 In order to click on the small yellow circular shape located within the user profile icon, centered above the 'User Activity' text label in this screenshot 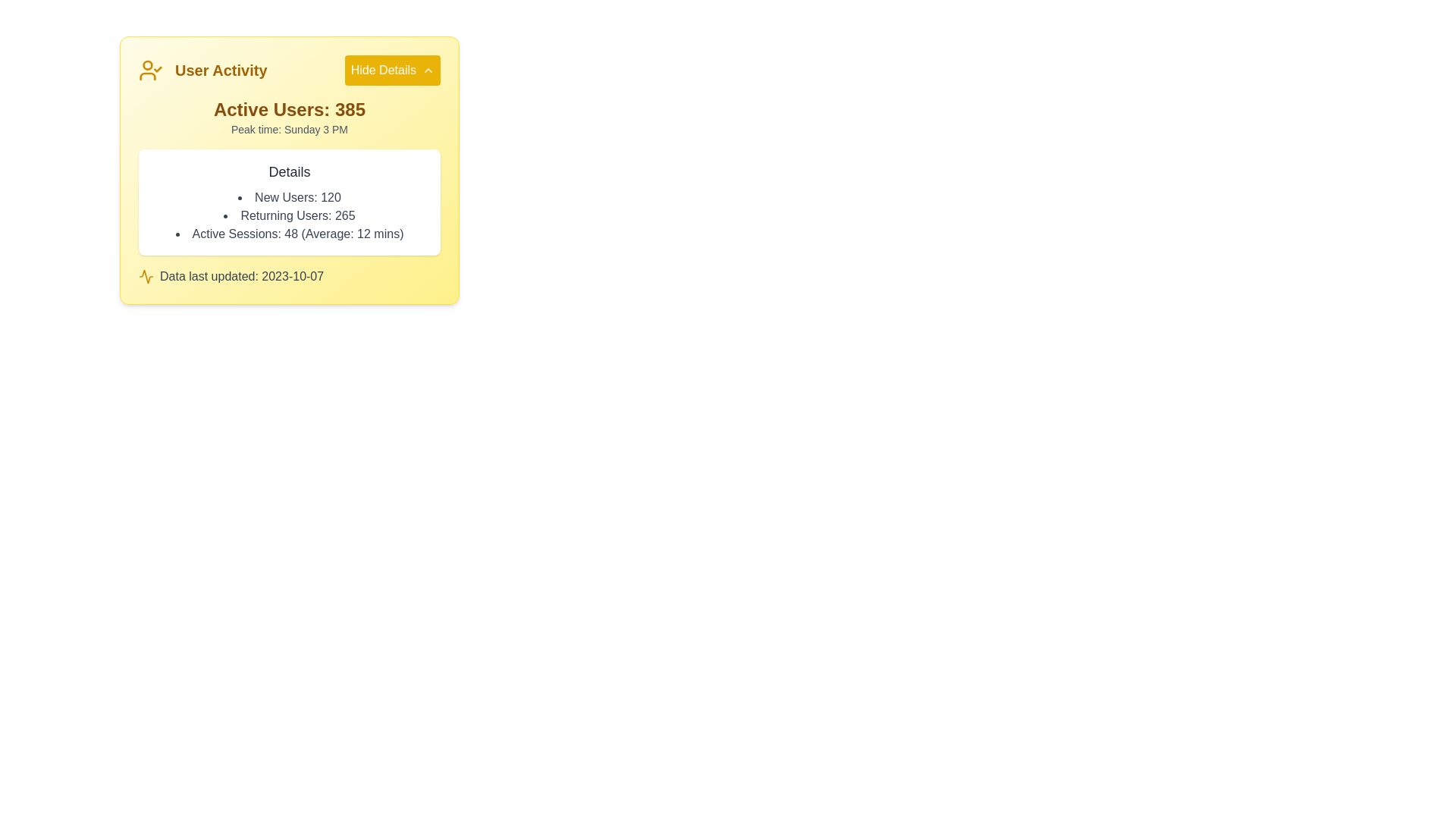, I will do `click(148, 64)`.